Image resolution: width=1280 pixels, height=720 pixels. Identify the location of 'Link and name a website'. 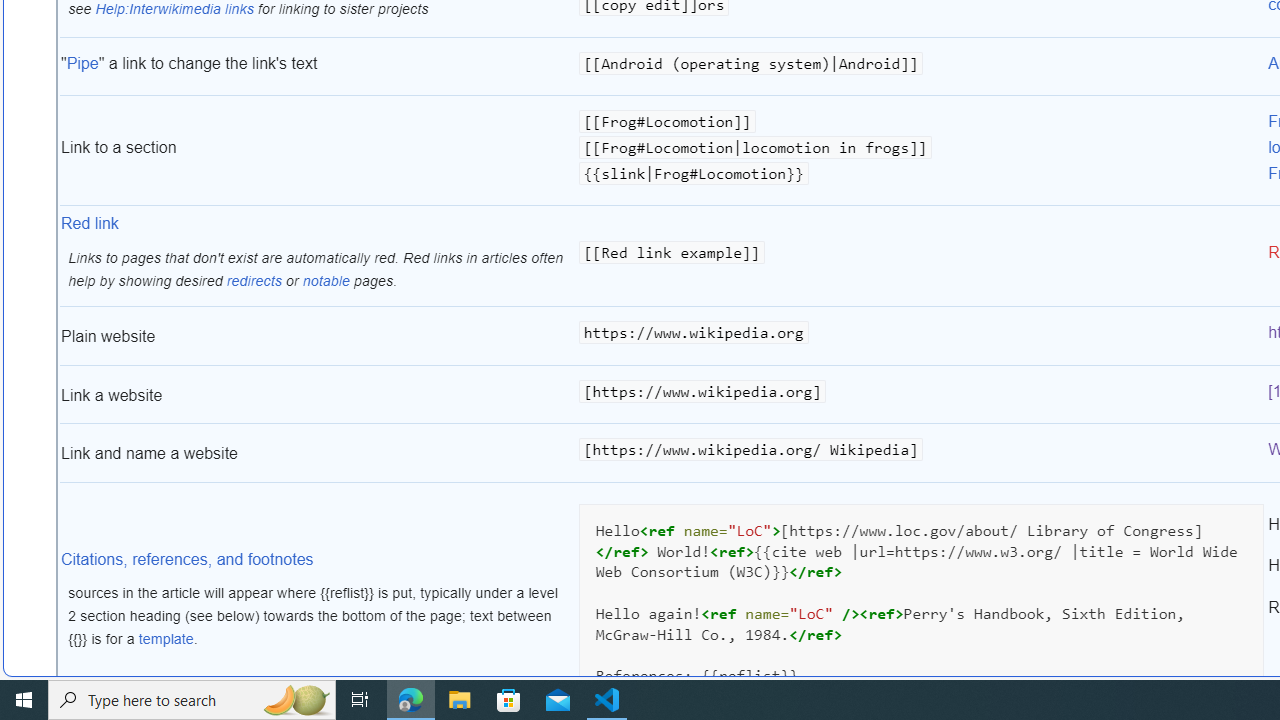
(317, 453).